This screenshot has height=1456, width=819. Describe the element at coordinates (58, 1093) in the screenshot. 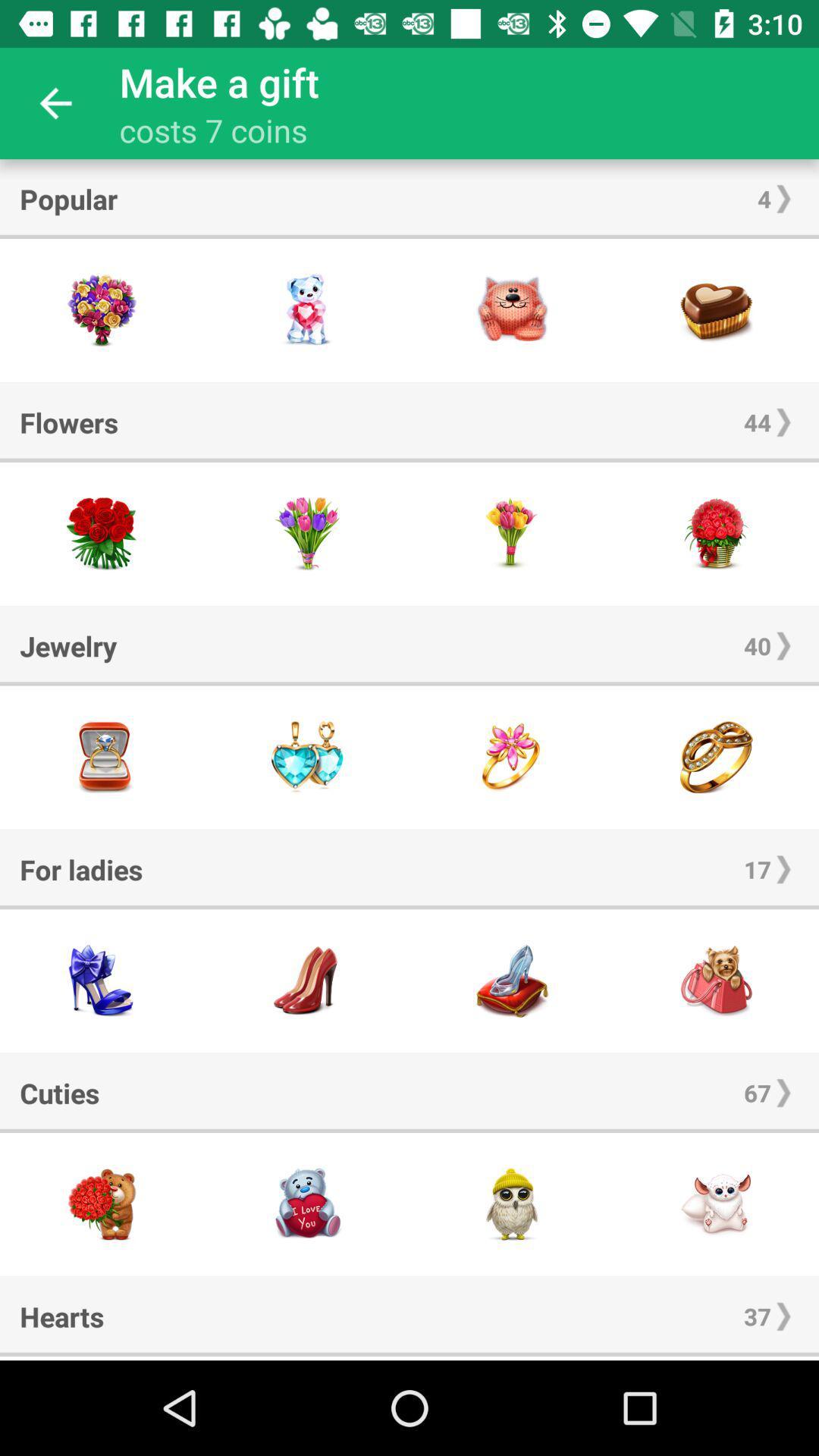

I see `the icon to the left of 67 icon` at that location.